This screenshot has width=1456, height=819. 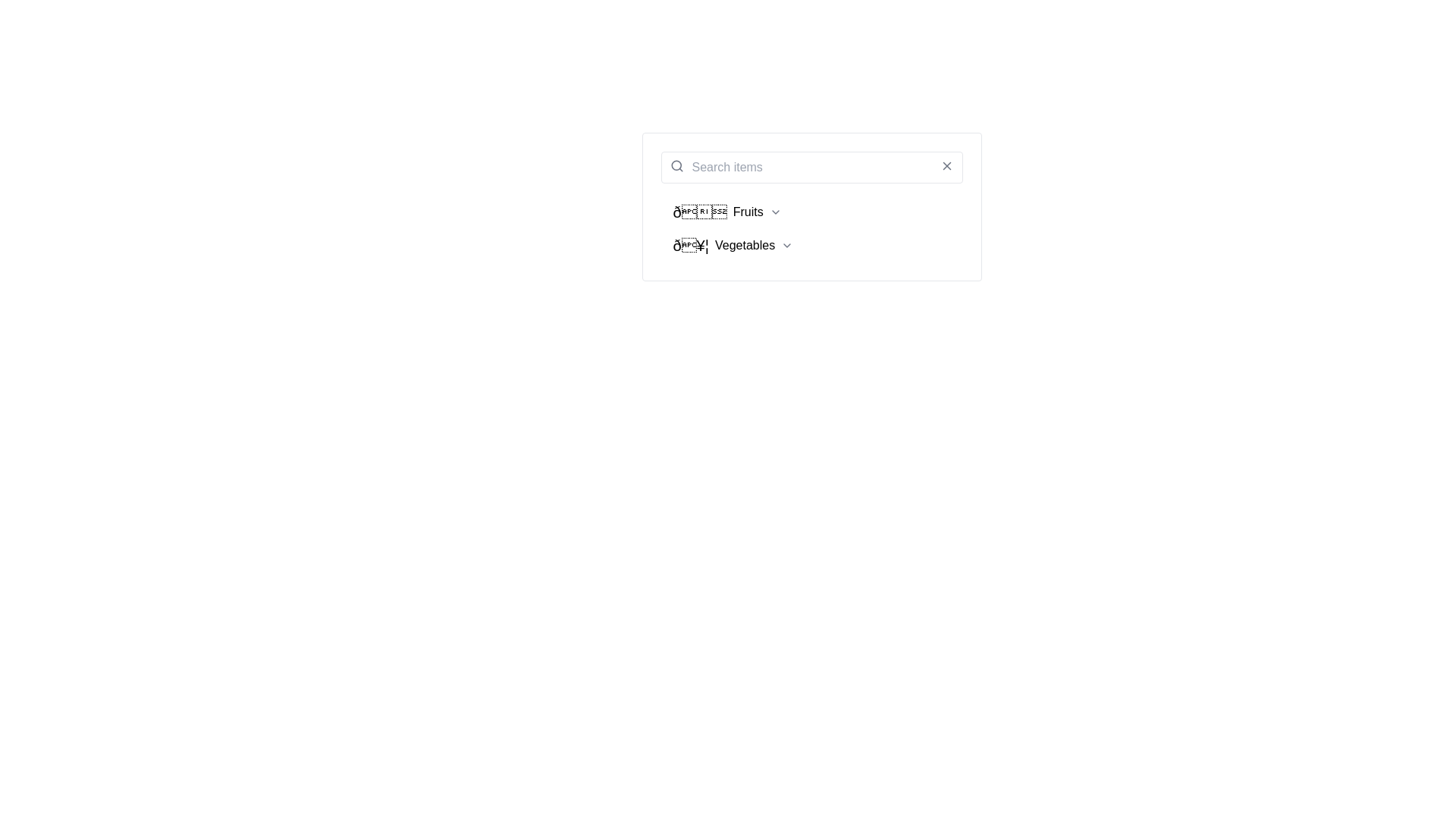 I want to click on the dropdown menu item labeled 'Vegetables' with the emoji 🥦, so click(x=811, y=245).